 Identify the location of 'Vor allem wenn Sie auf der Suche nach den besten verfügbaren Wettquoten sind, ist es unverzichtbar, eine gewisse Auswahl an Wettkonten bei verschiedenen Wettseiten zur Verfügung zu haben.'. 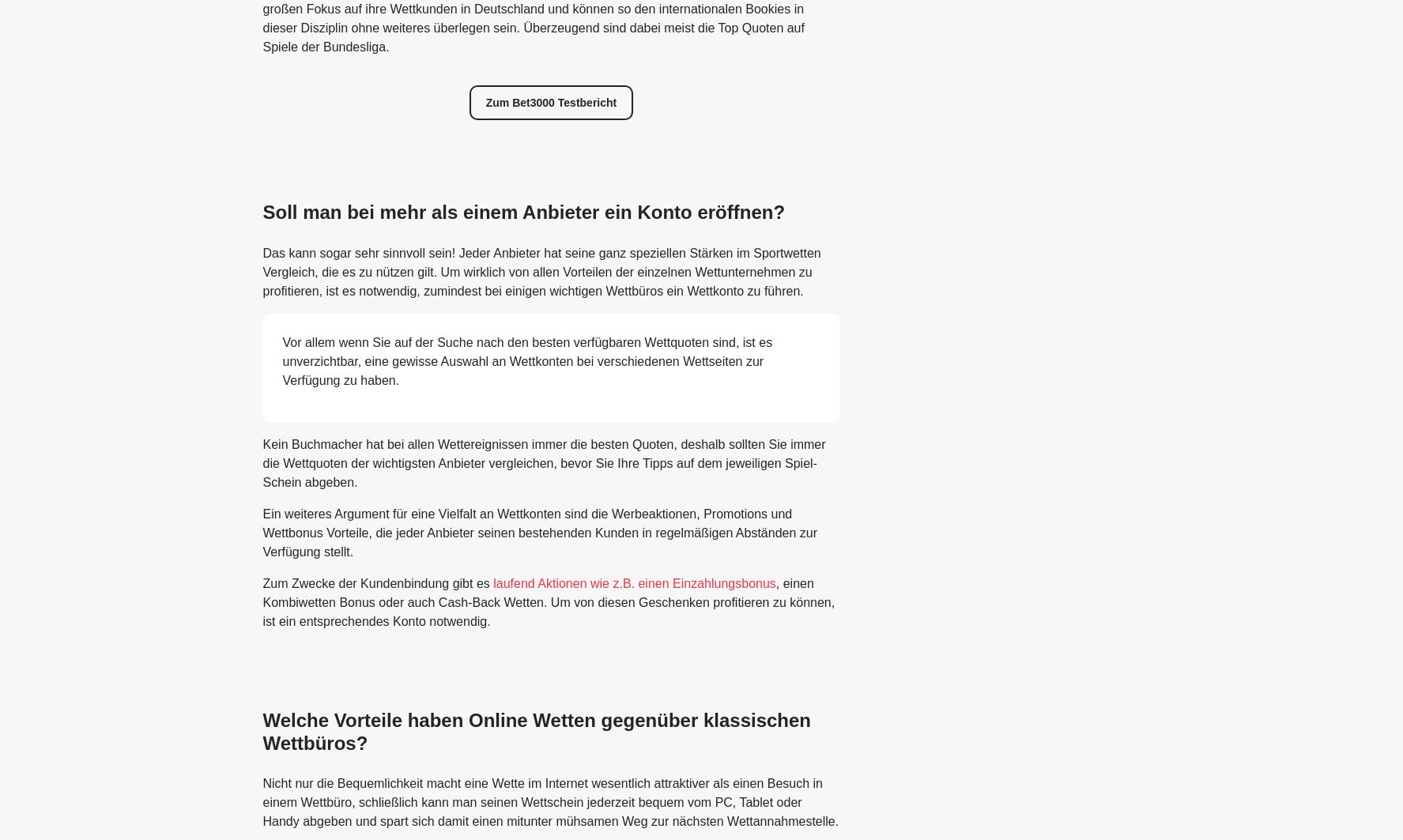
(526, 360).